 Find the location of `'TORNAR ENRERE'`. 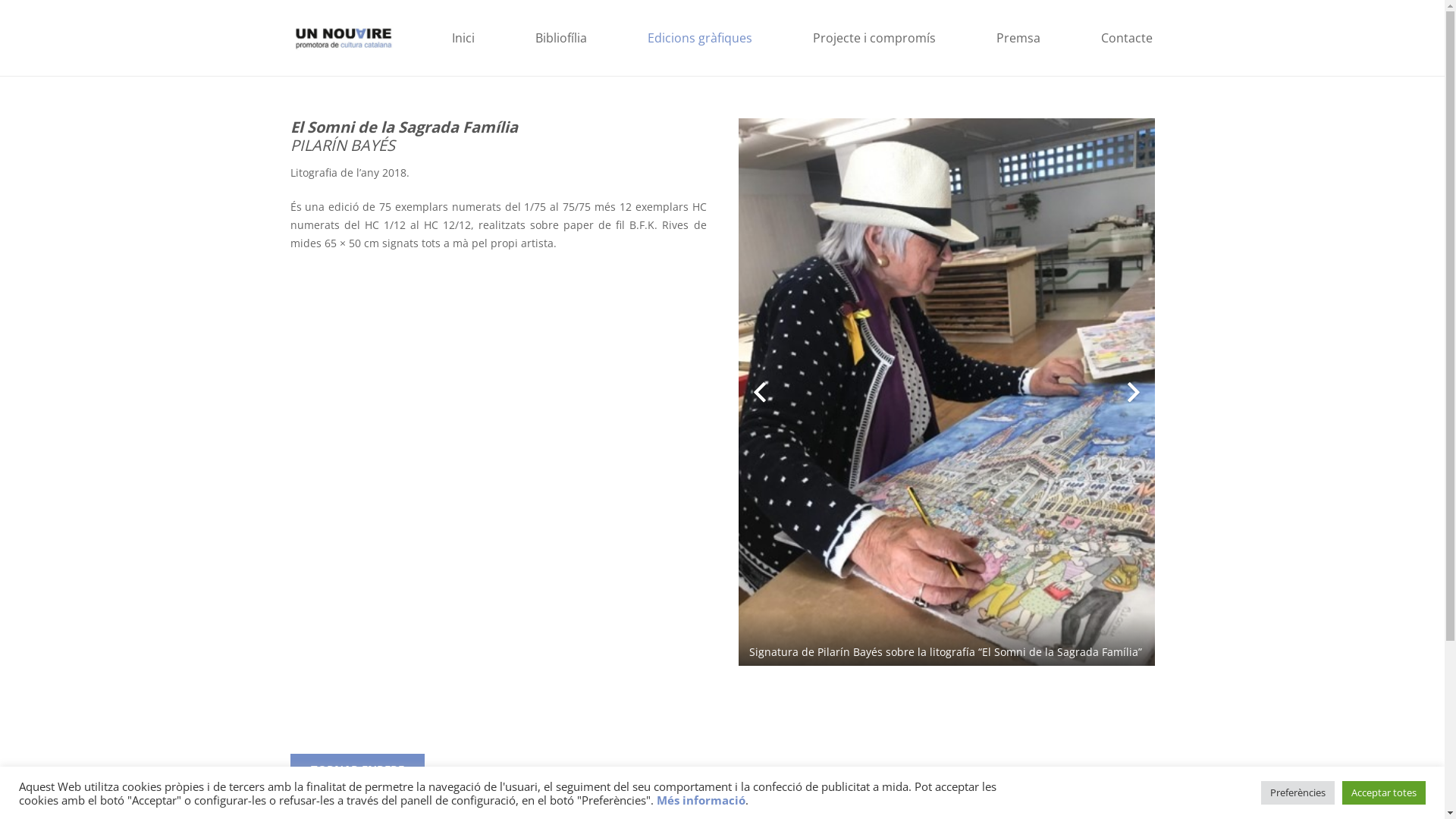

'TORNAR ENRERE' is located at coordinates (356, 769).